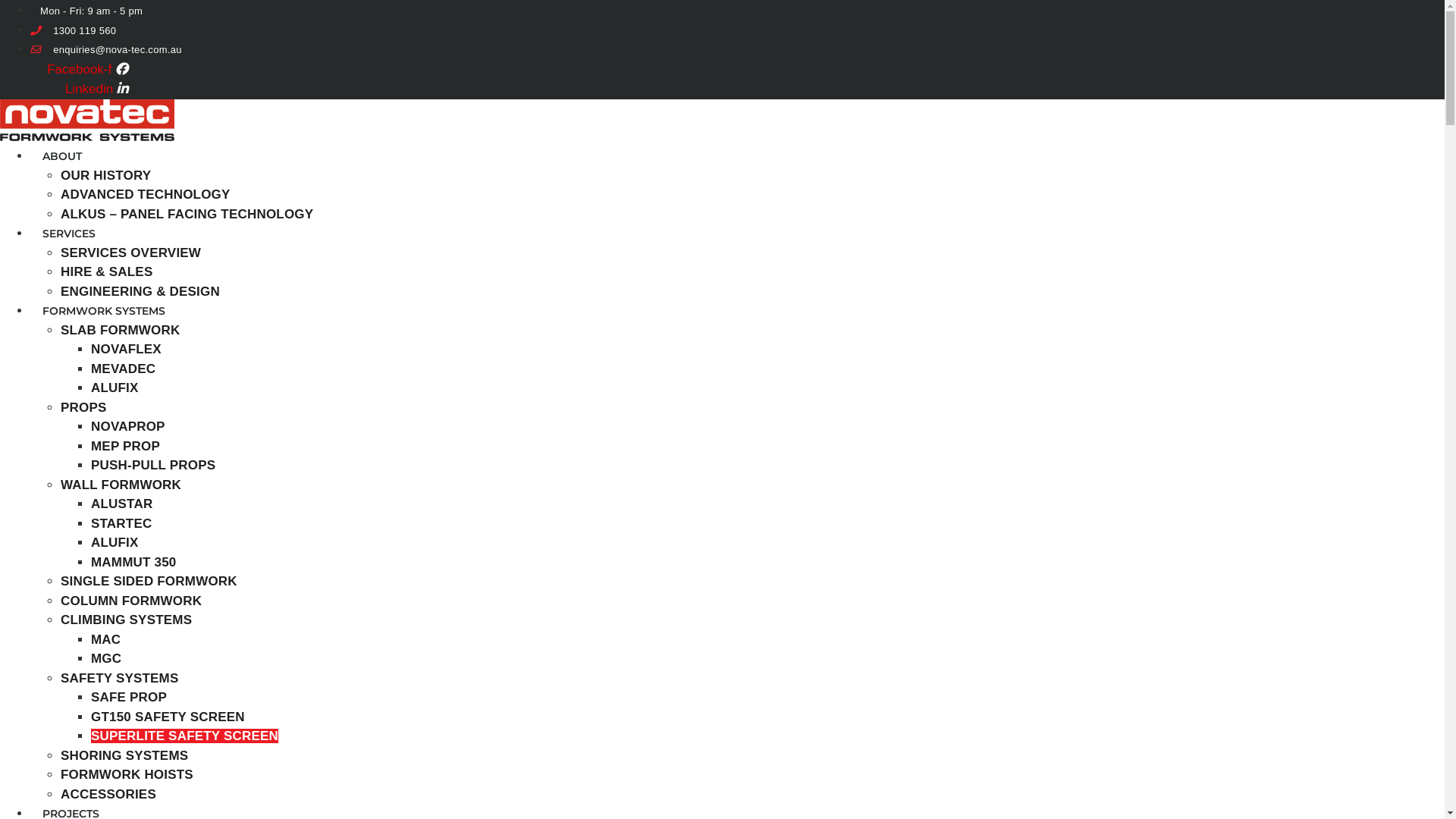 The image size is (1456, 819). What do you see at coordinates (152, 464) in the screenshot?
I see `'PUSH-PULL PROPS'` at bounding box center [152, 464].